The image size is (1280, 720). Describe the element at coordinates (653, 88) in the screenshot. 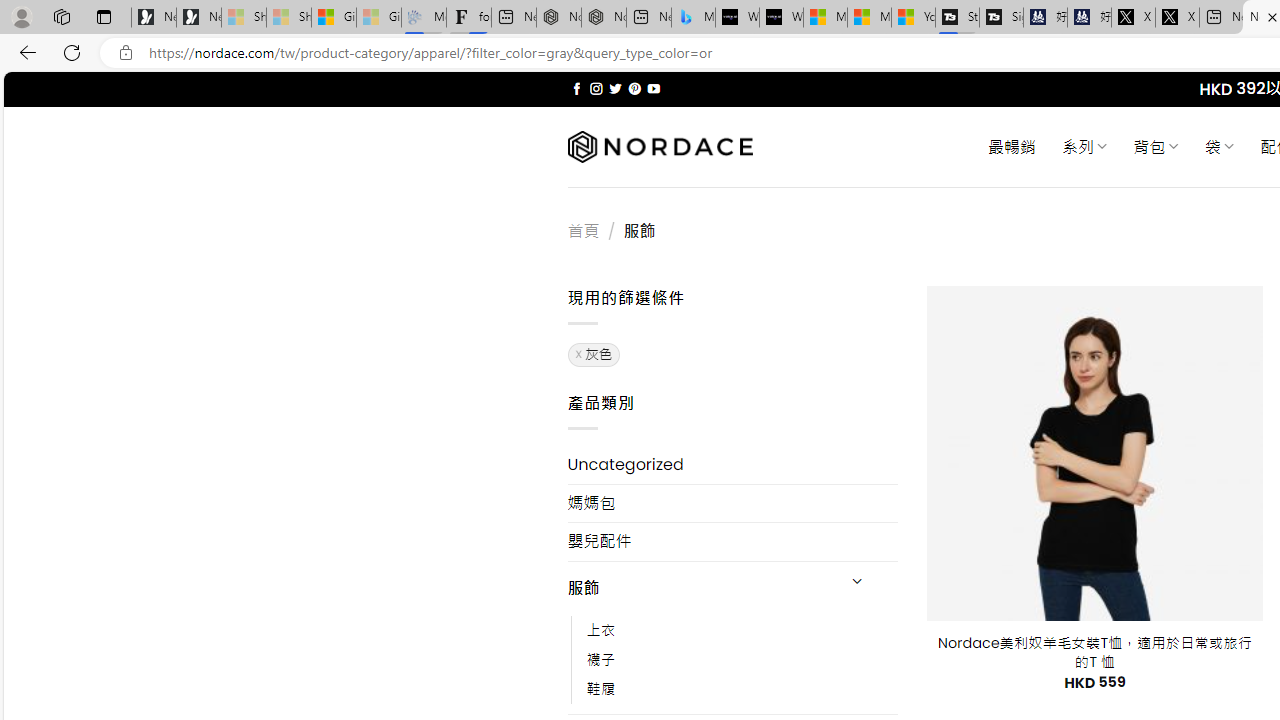

I see `'Follow on YouTube'` at that location.